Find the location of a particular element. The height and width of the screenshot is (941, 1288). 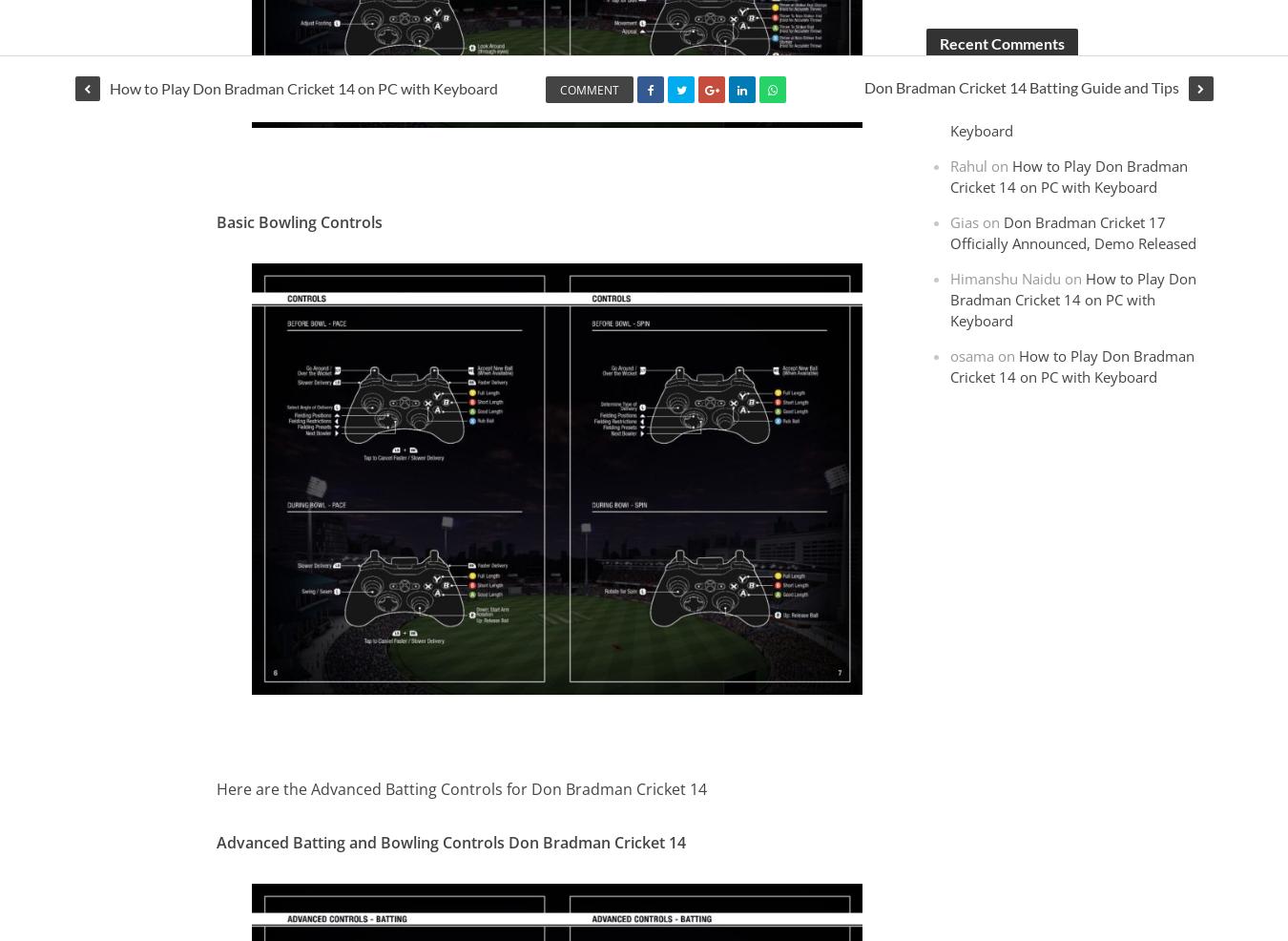

'Comment' is located at coordinates (590, 90).